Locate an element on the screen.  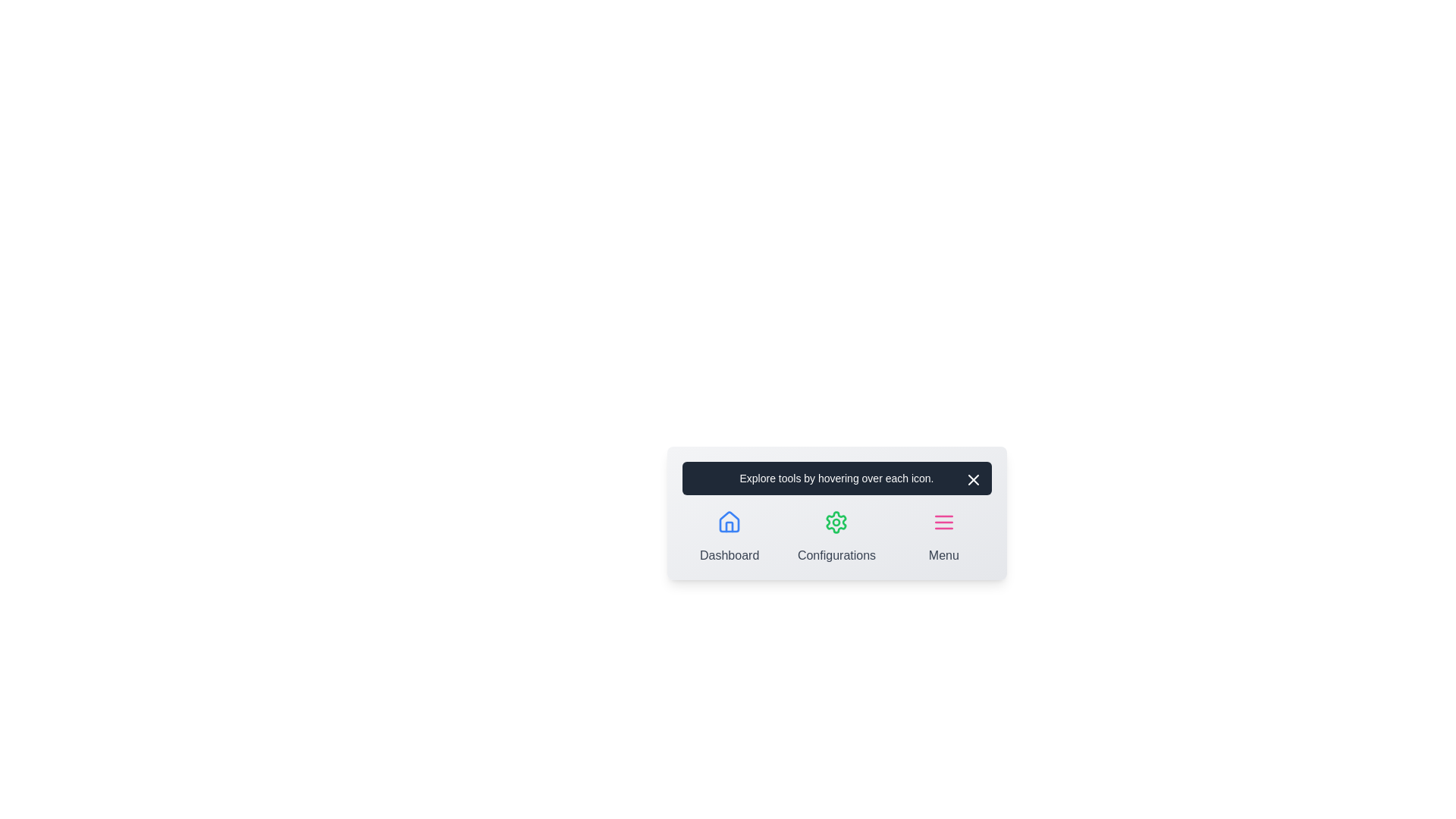
the circular green settings button, which features a gear symbol, located between the 'Dashboard' and 'Menu' icons in the bottom toolbar is located at coordinates (836, 522).